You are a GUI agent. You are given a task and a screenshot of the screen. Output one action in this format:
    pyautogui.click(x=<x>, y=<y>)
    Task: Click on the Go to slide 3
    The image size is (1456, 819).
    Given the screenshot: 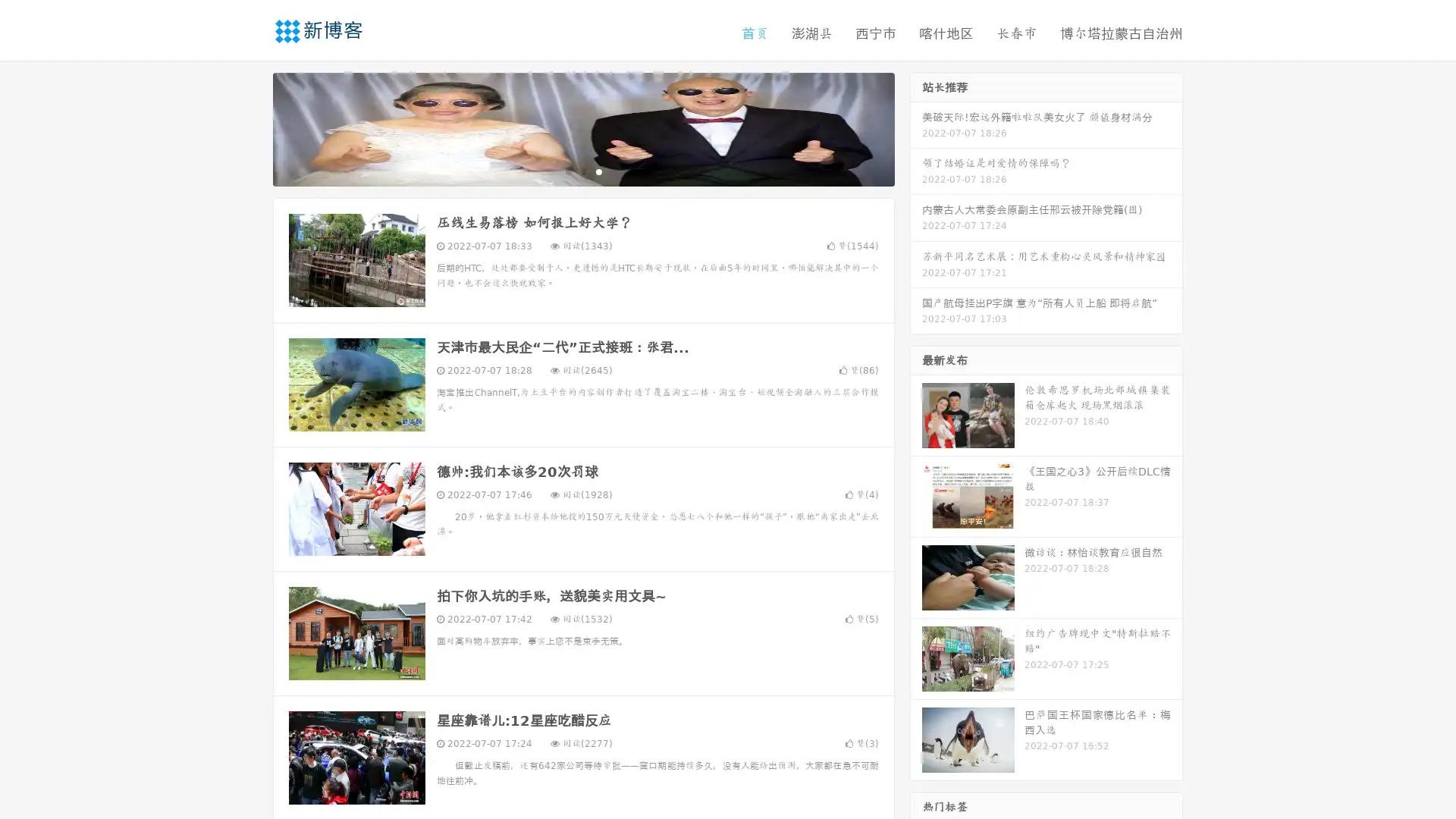 What is the action you would take?
    pyautogui.click(x=598, y=171)
    